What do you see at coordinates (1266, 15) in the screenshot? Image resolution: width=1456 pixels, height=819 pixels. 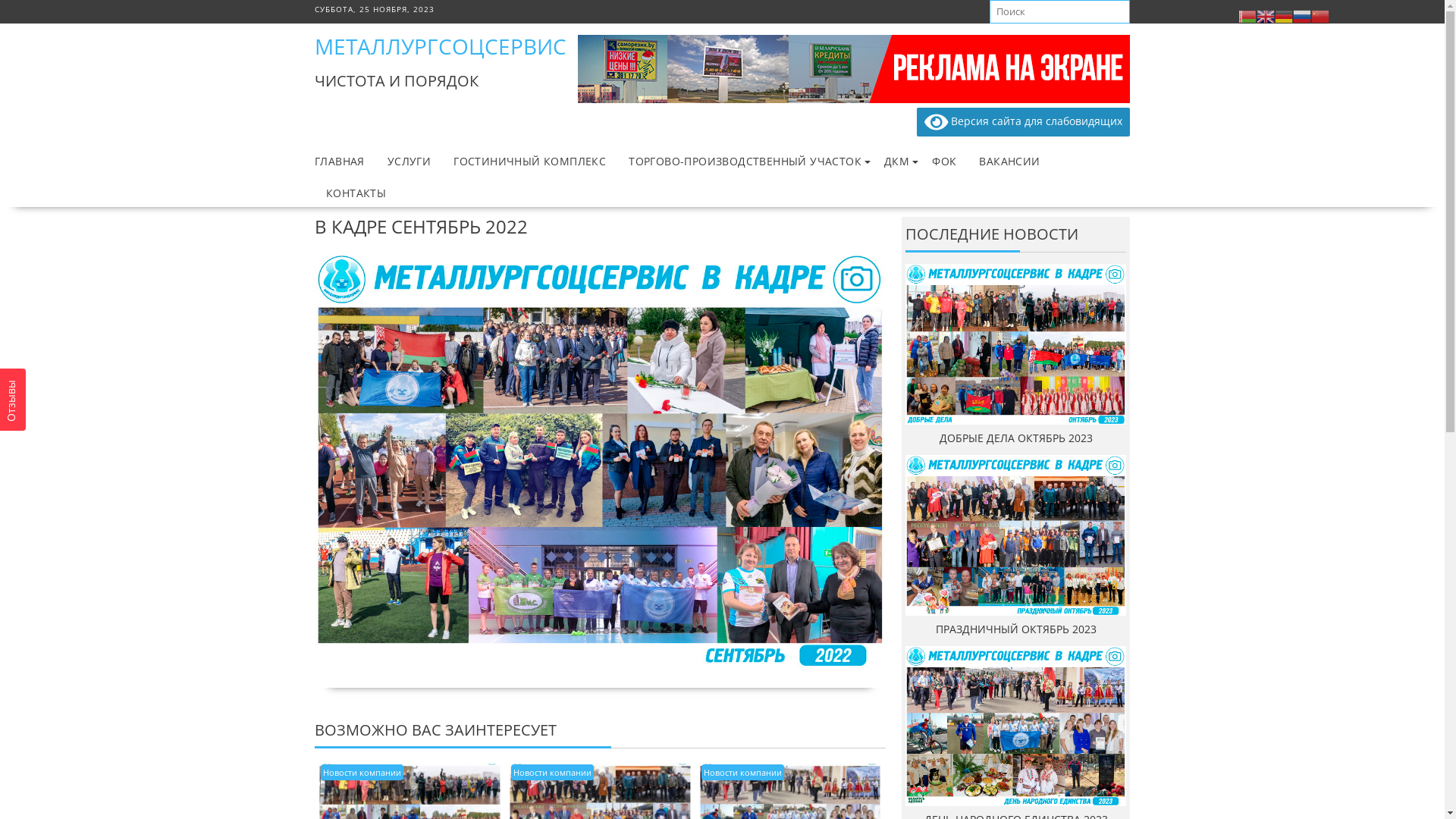 I see `'English'` at bounding box center [1266, 15].